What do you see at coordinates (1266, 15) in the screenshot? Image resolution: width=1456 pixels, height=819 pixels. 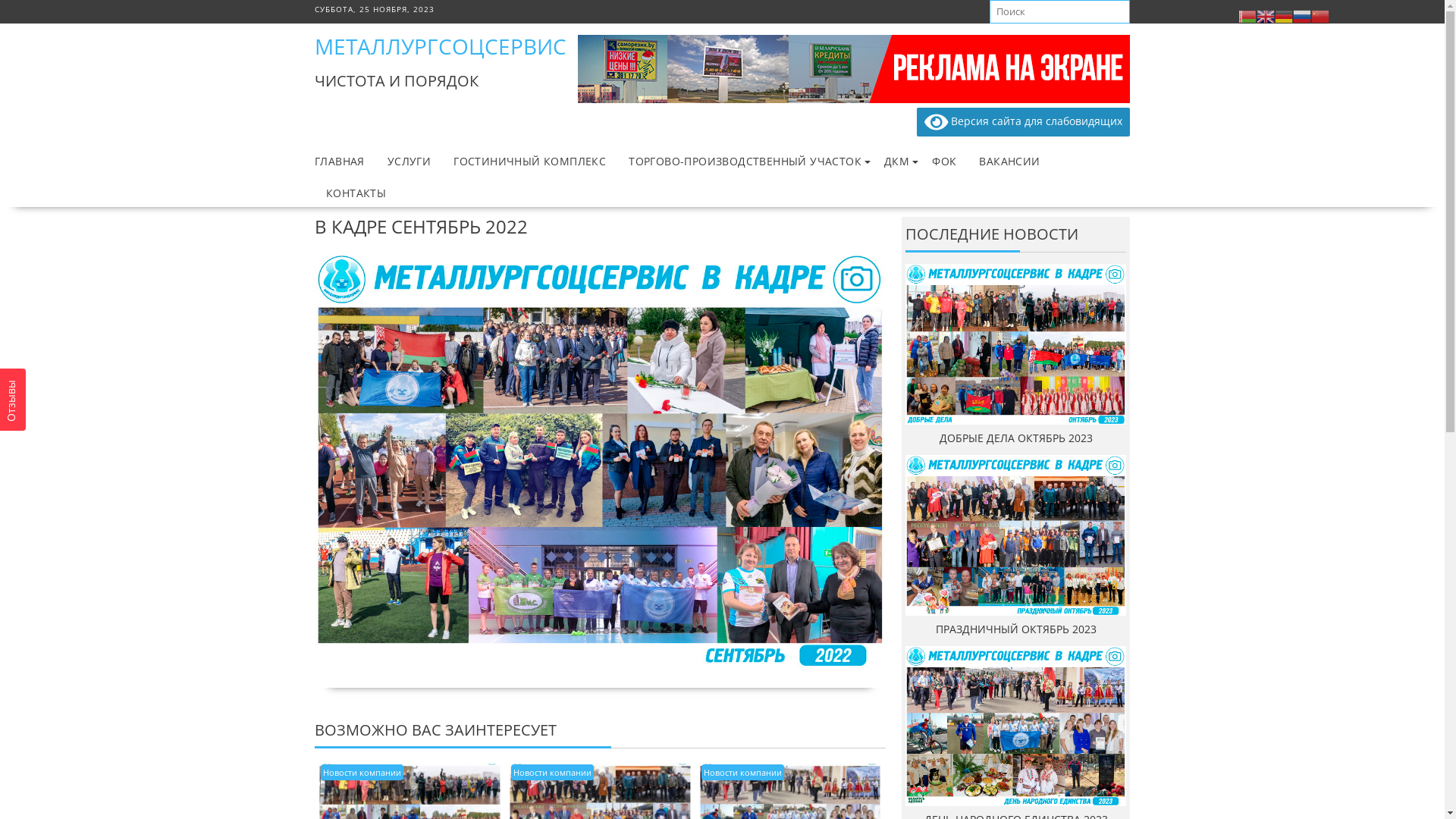 I see `'English'` at bounding box center [1266, 15].